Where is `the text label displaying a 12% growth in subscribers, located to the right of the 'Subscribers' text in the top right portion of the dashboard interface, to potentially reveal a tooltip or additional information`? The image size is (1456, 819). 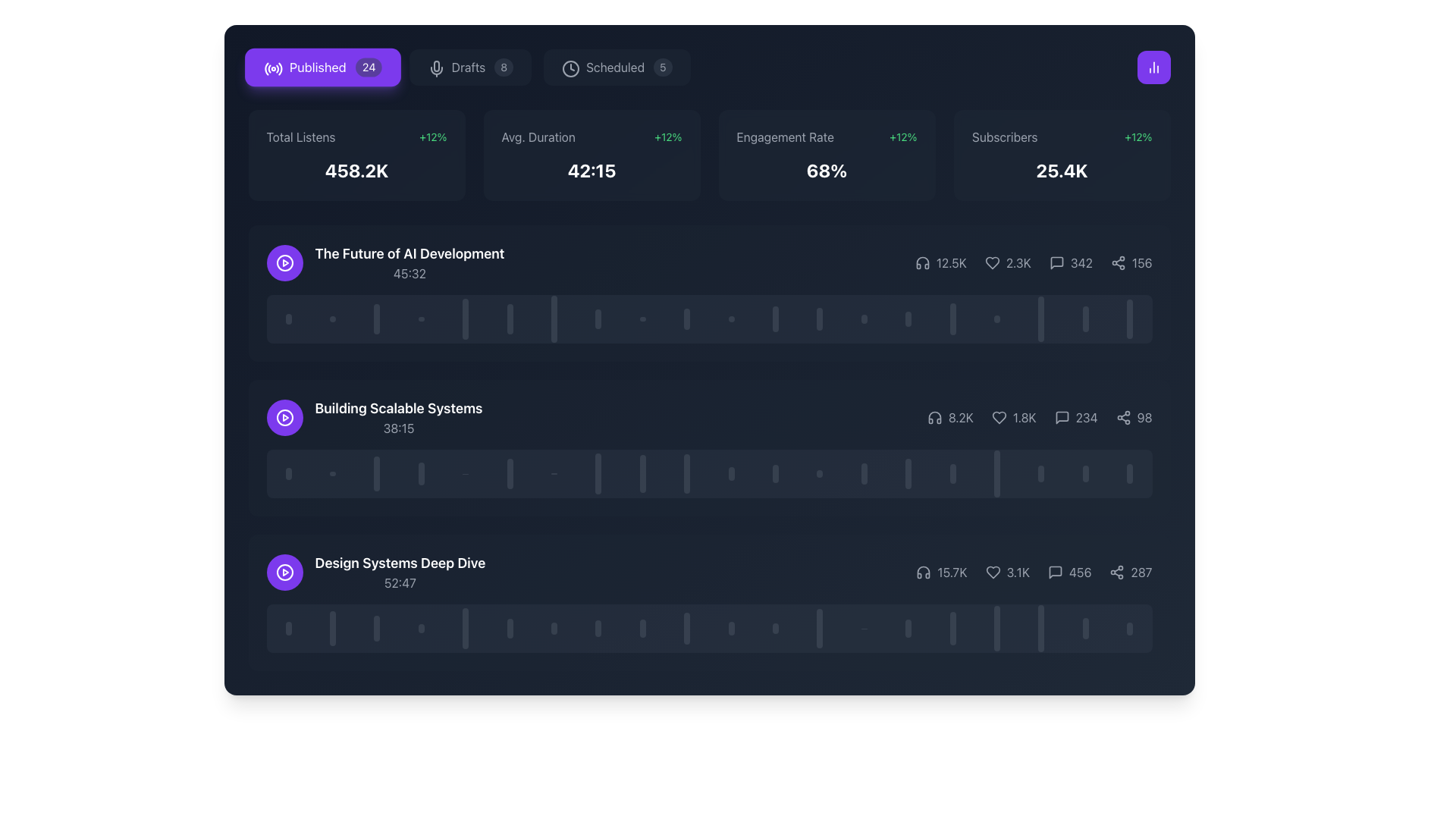 the text label displaying a 12% growth in subscribers, located to the right of the 'Subscribers' text in the top right portion of the dashboard interface, to potentially reveal a tooltip or additional information is located at coordinates (1138, 137).